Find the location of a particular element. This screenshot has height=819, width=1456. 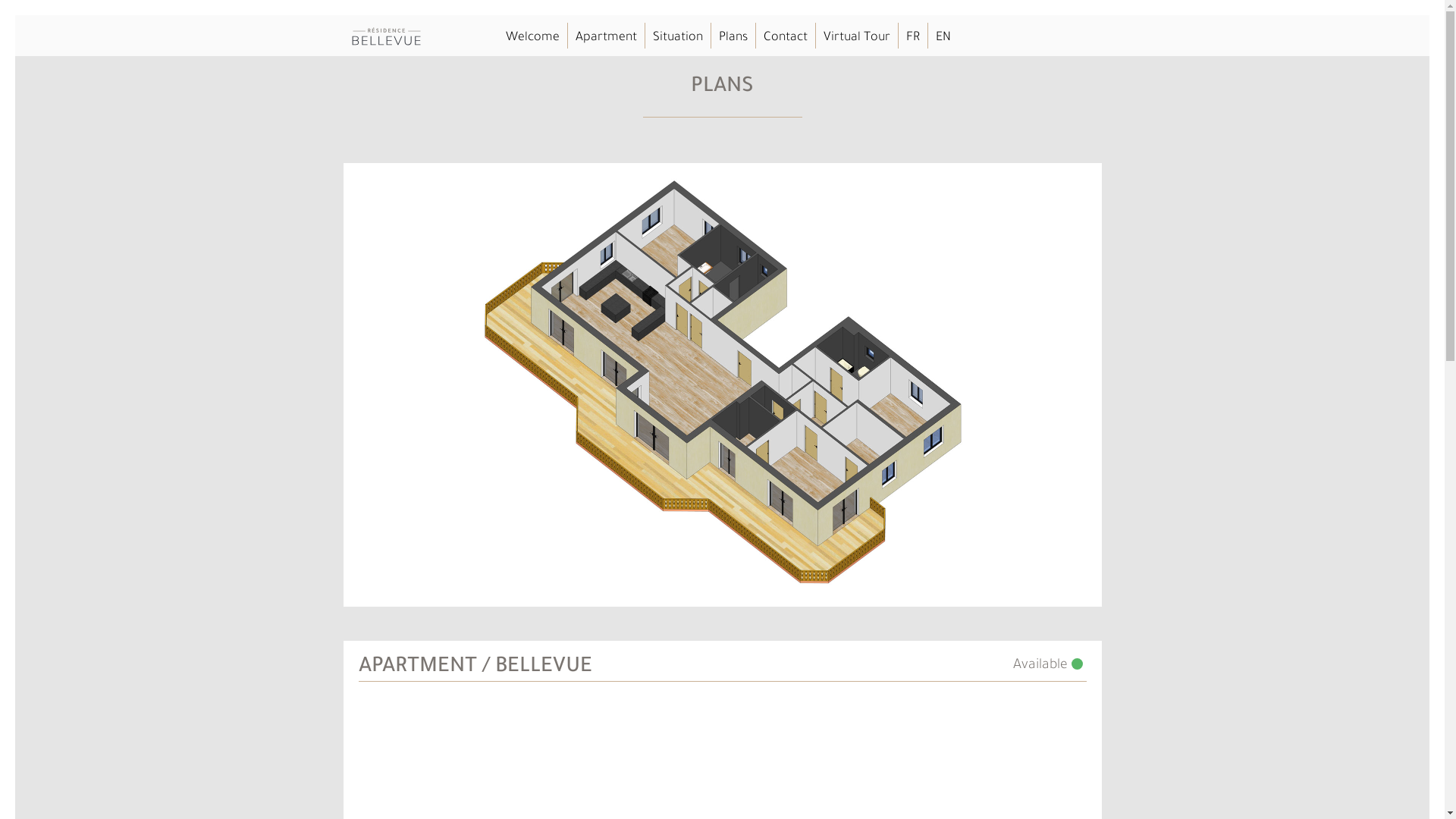

'Situation' is located at coordinates (651, 37).